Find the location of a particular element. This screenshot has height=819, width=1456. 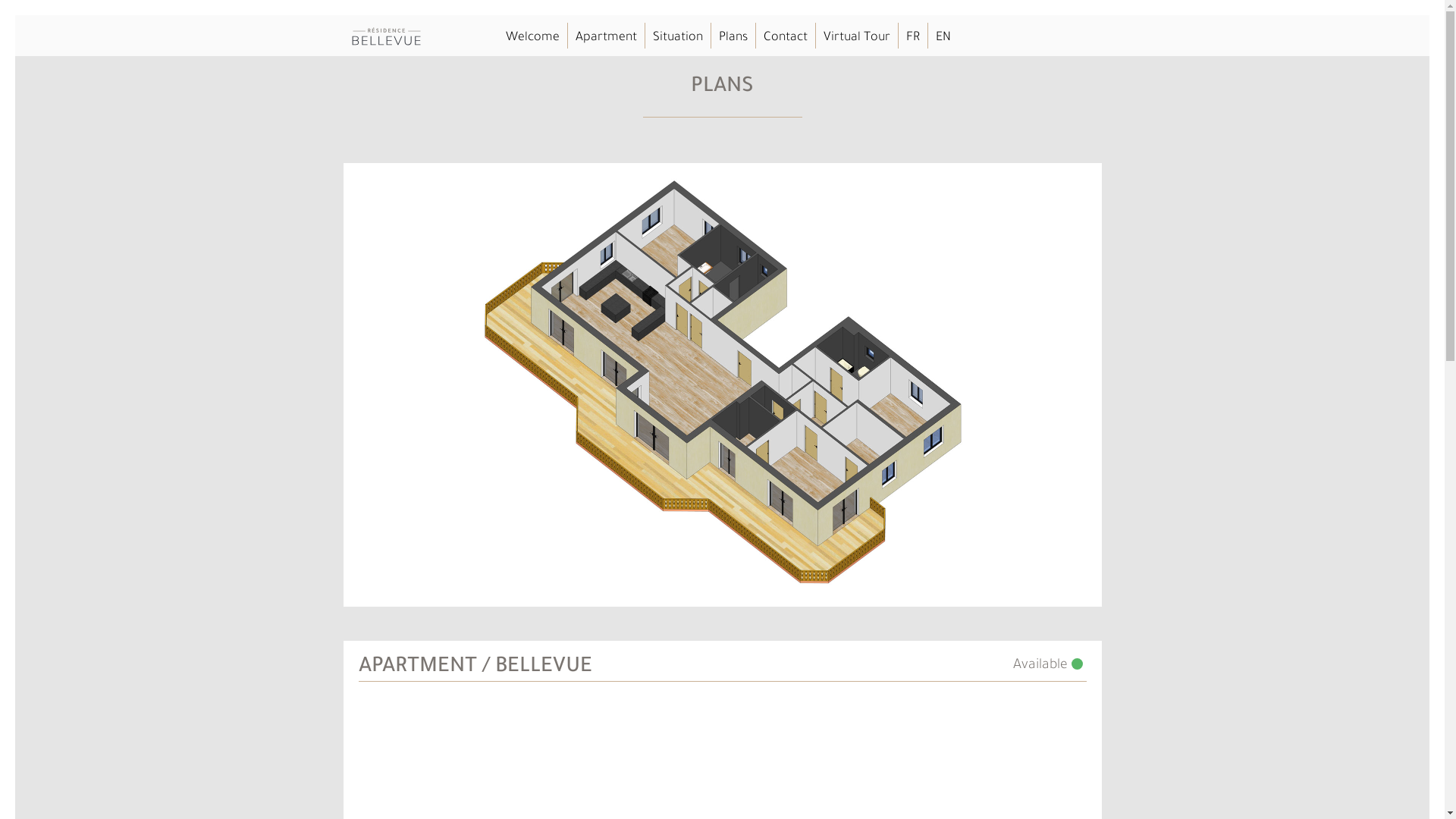

'Situation' is located at coordinates (651, 37).